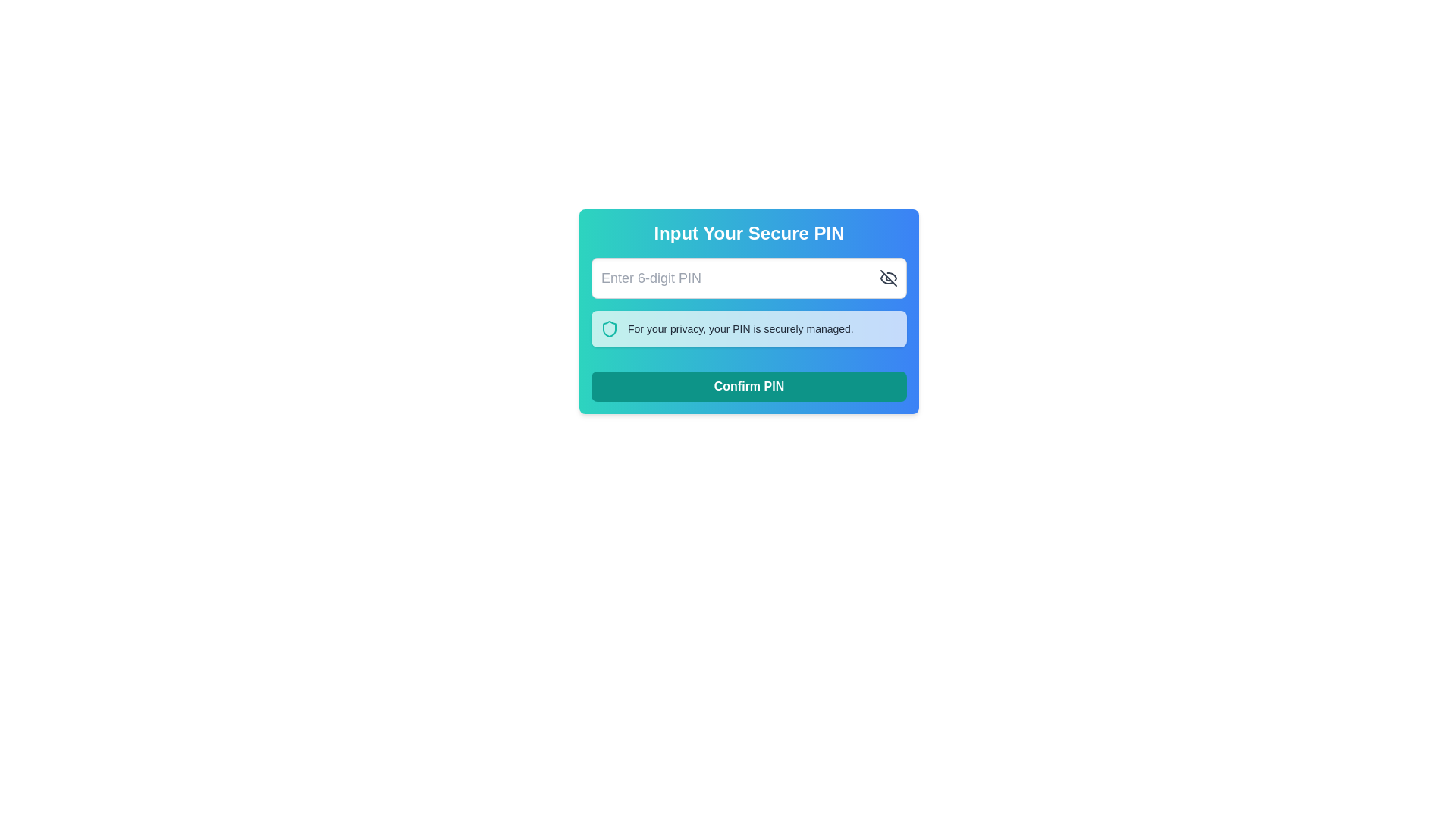 Image resolution: width=1456 pixels, height=819 pixels. I want to click on the informational banner that has a light bluish-white background, rounded corners, a teal shield icon on the left, and the text 'For your privacy, your PIN is securely managed.', so click(749, 328).